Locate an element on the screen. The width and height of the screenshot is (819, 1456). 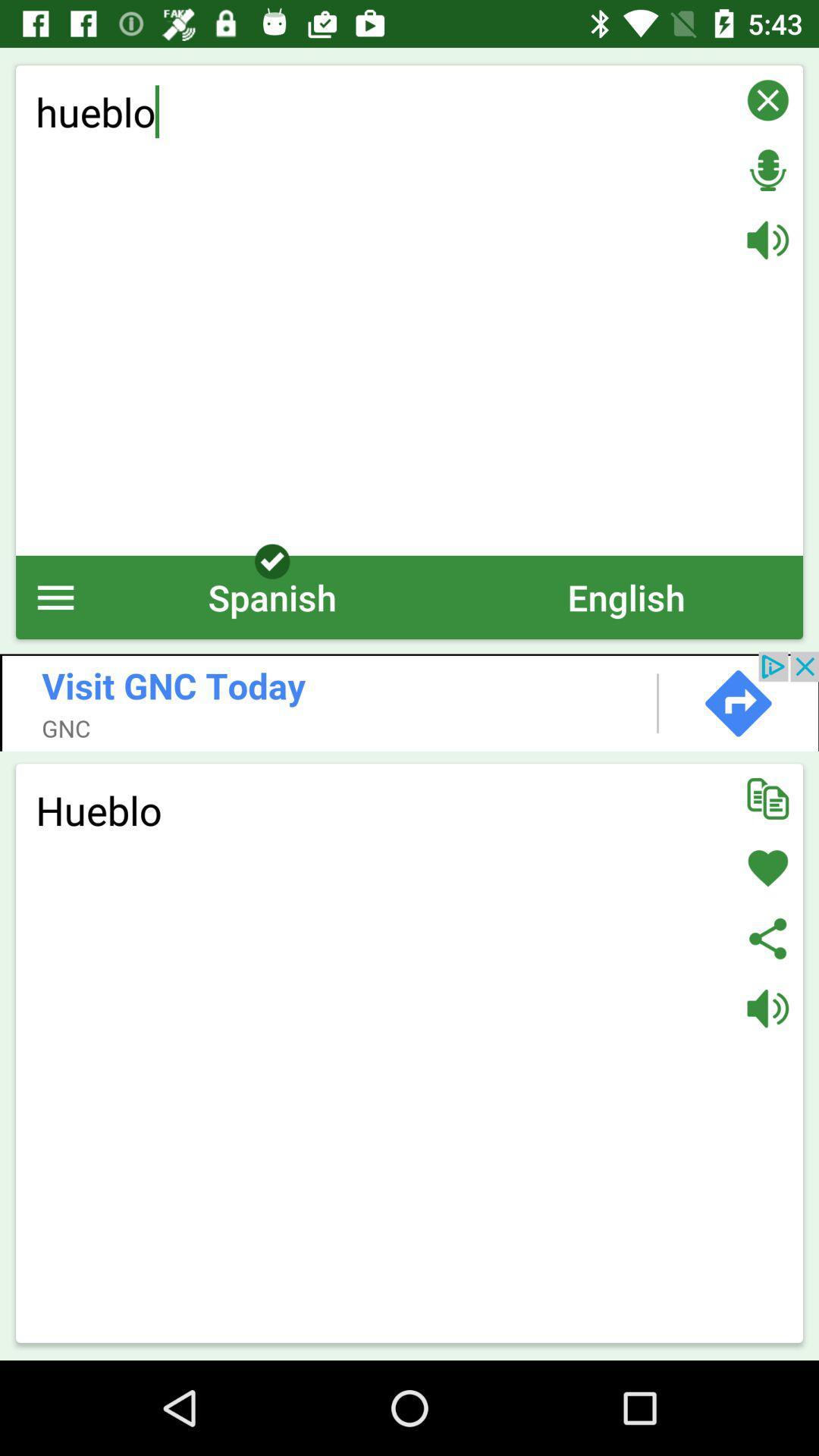
open add is located at coordinates (409, 701).